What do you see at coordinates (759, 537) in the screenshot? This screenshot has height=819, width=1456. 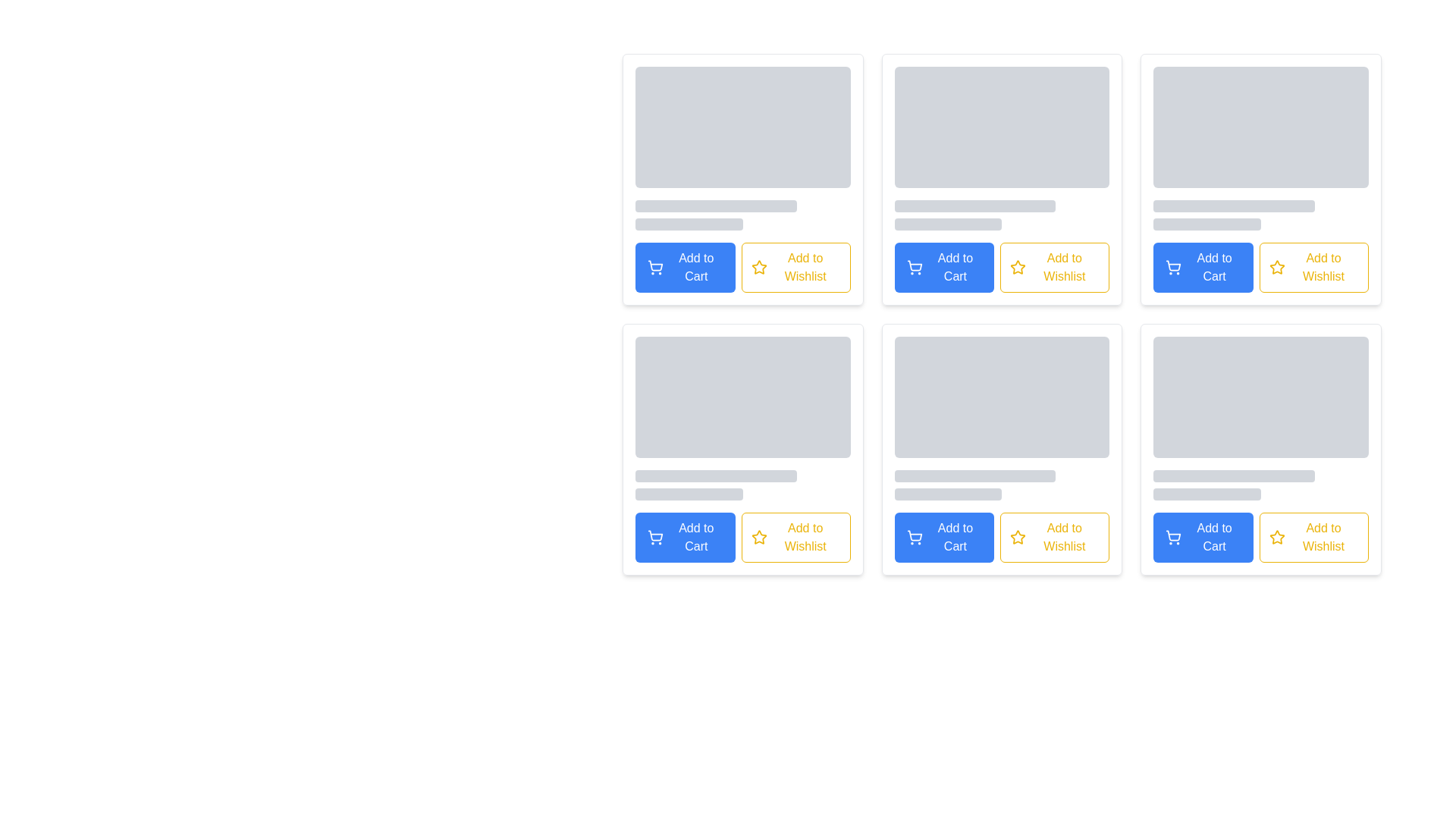 I see `the yellow star icon representing the 'favorite' or 'add to wishlist' functionality, located within the 'Add to Wishlist' button on the item card` at bounding box center [759, 537].